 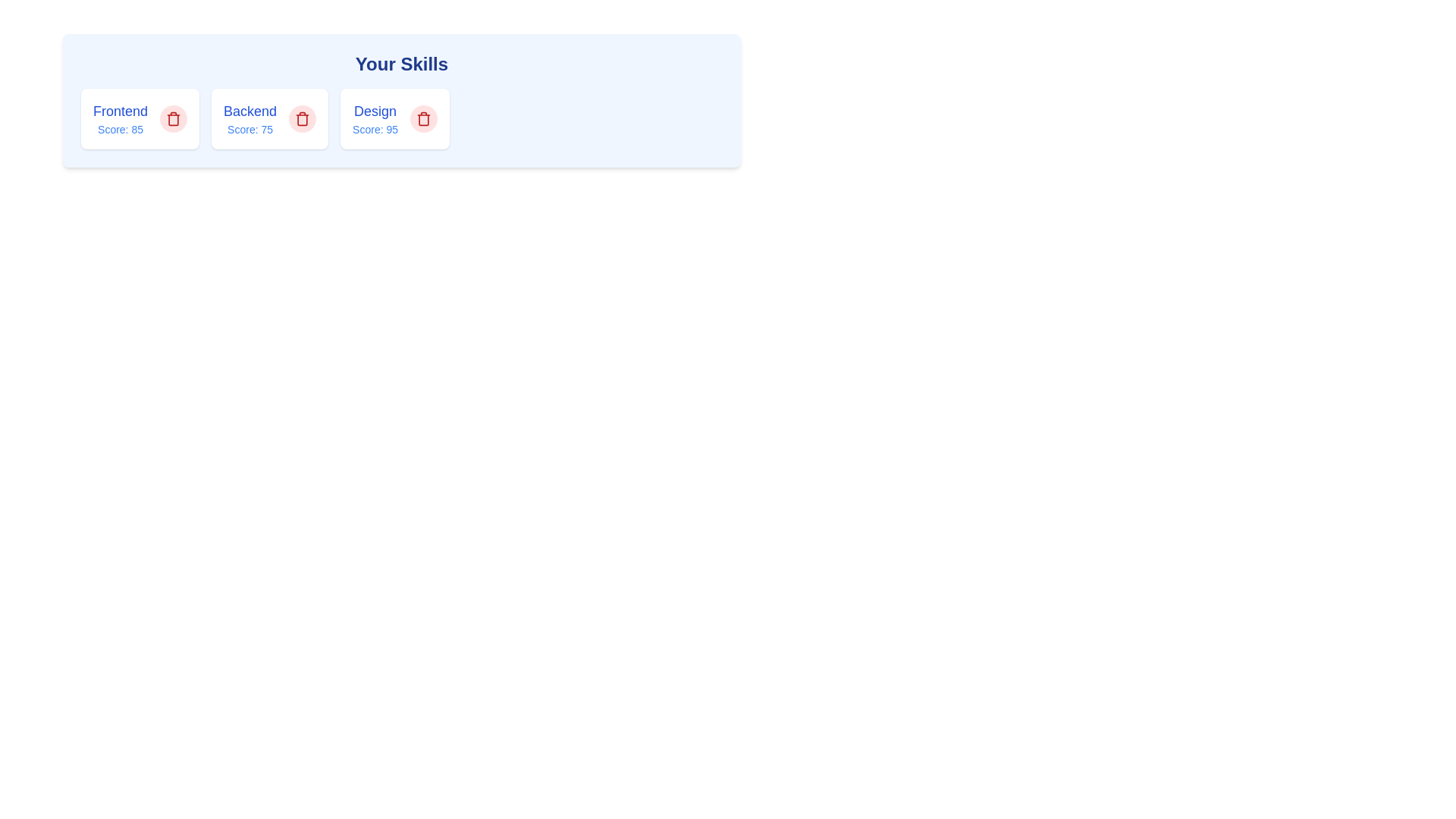 I want to click on remove button for the tag with name Frontend, so click(x=174, y=118).